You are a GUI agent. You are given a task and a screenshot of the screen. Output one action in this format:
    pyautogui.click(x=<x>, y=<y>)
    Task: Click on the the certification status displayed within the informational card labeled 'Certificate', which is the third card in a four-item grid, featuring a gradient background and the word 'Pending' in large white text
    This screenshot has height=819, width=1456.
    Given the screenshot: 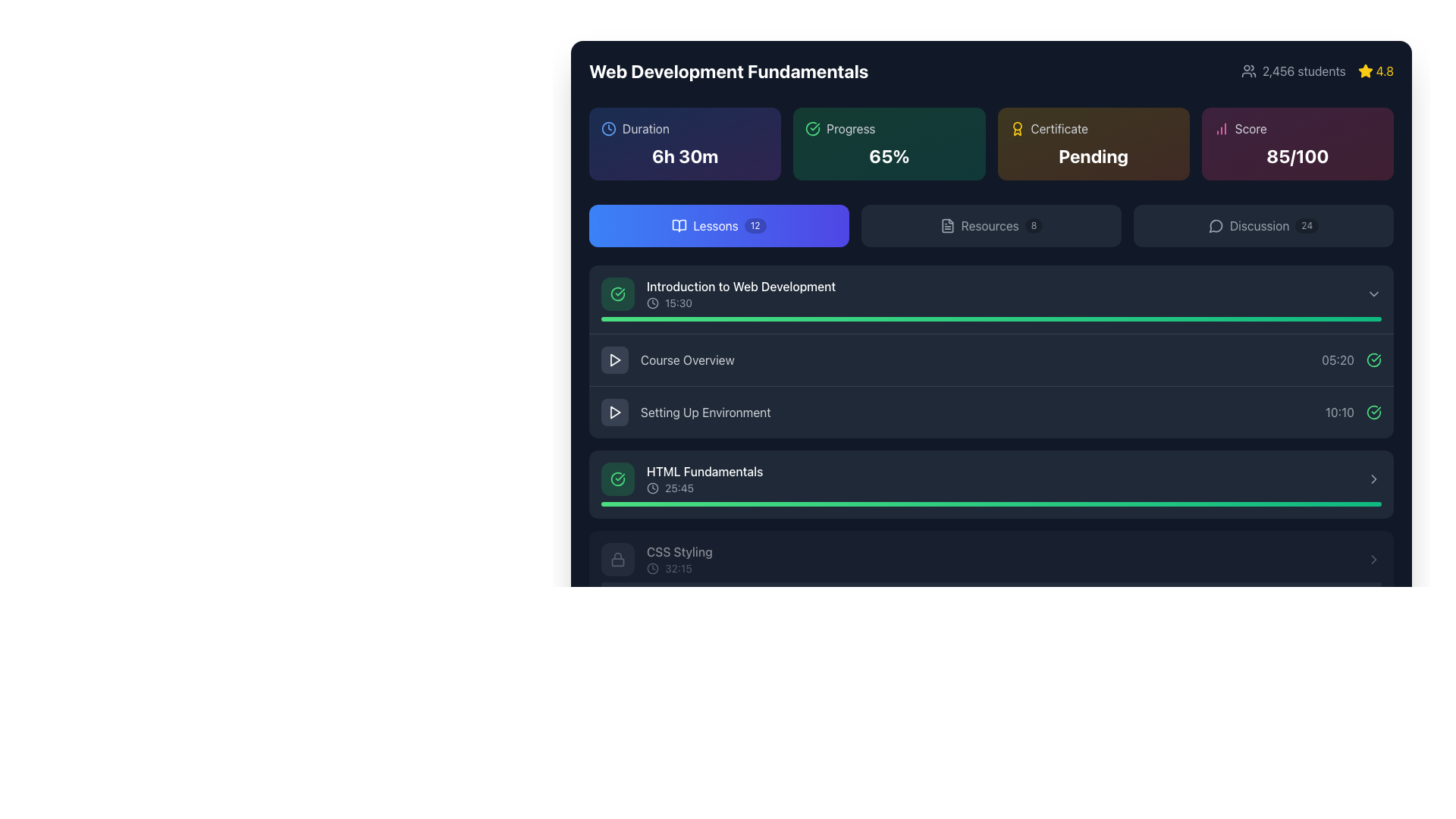 What is the action you would take?
    pyautogui.click(x=1094, y=143)
    